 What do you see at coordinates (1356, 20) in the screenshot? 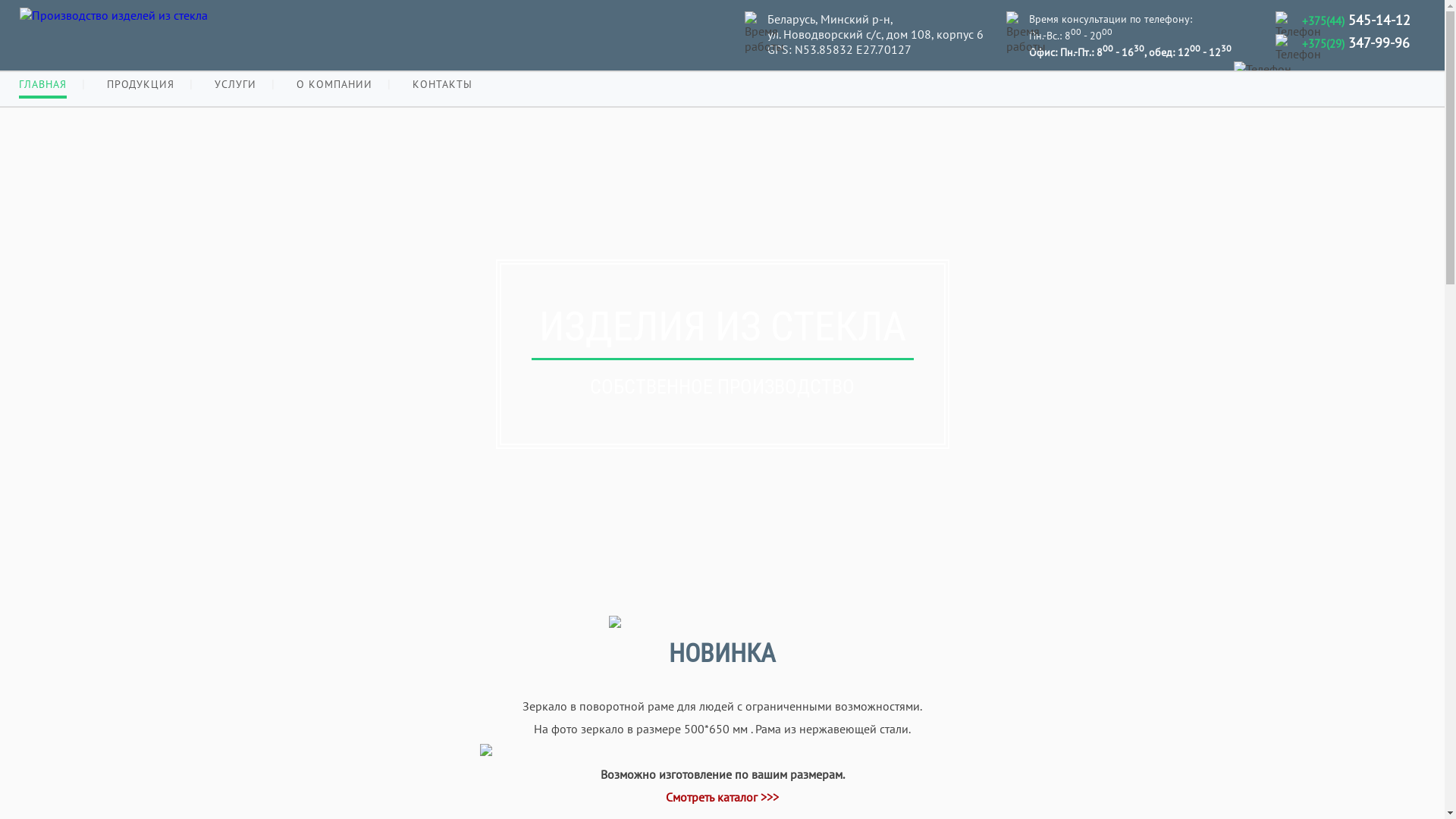
I see `'+375(44) 545-14-12'` at bounding box center [1356, 20].